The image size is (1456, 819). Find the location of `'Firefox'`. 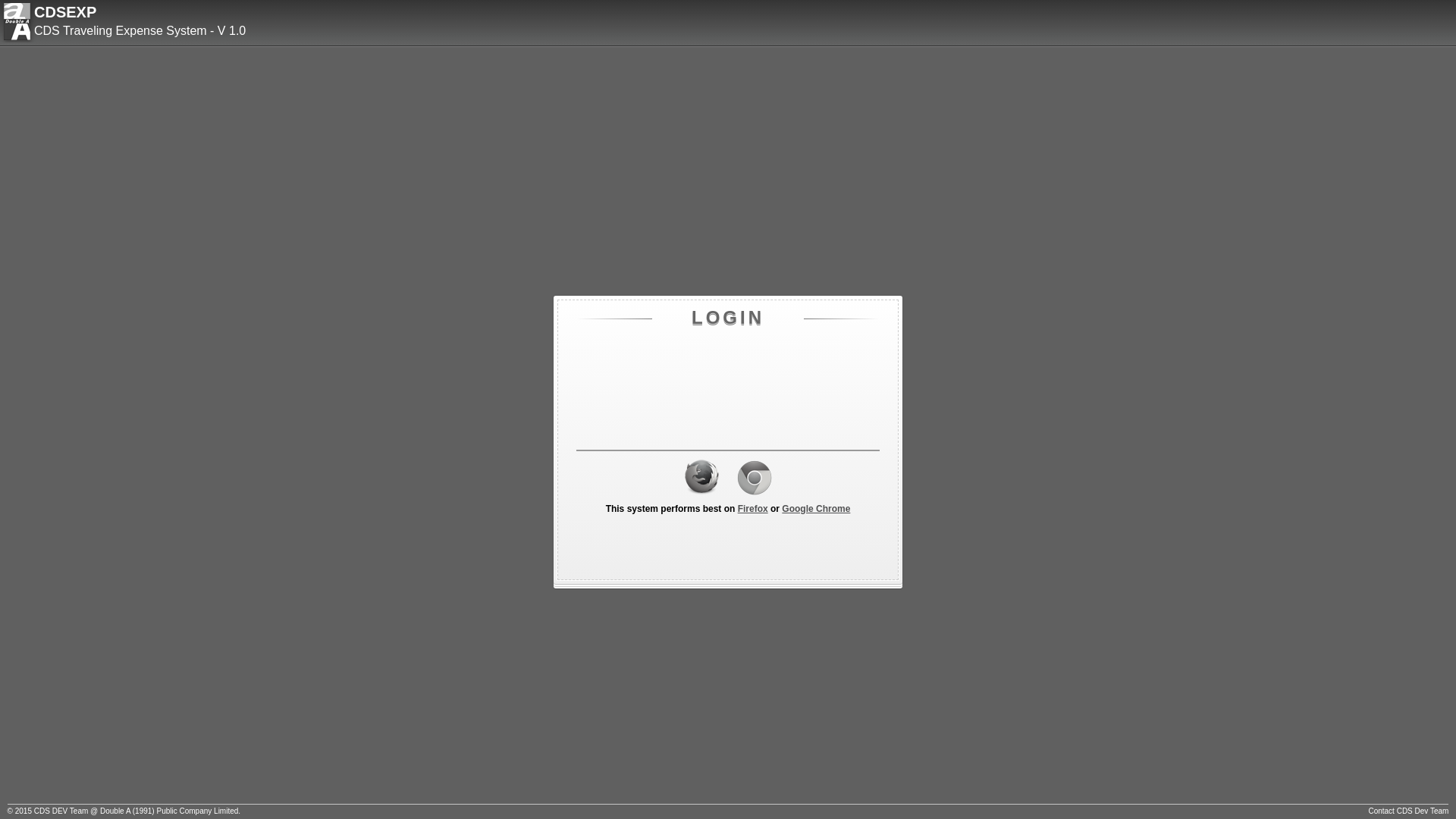

'Firefox' is located at coordinates (753, 509).